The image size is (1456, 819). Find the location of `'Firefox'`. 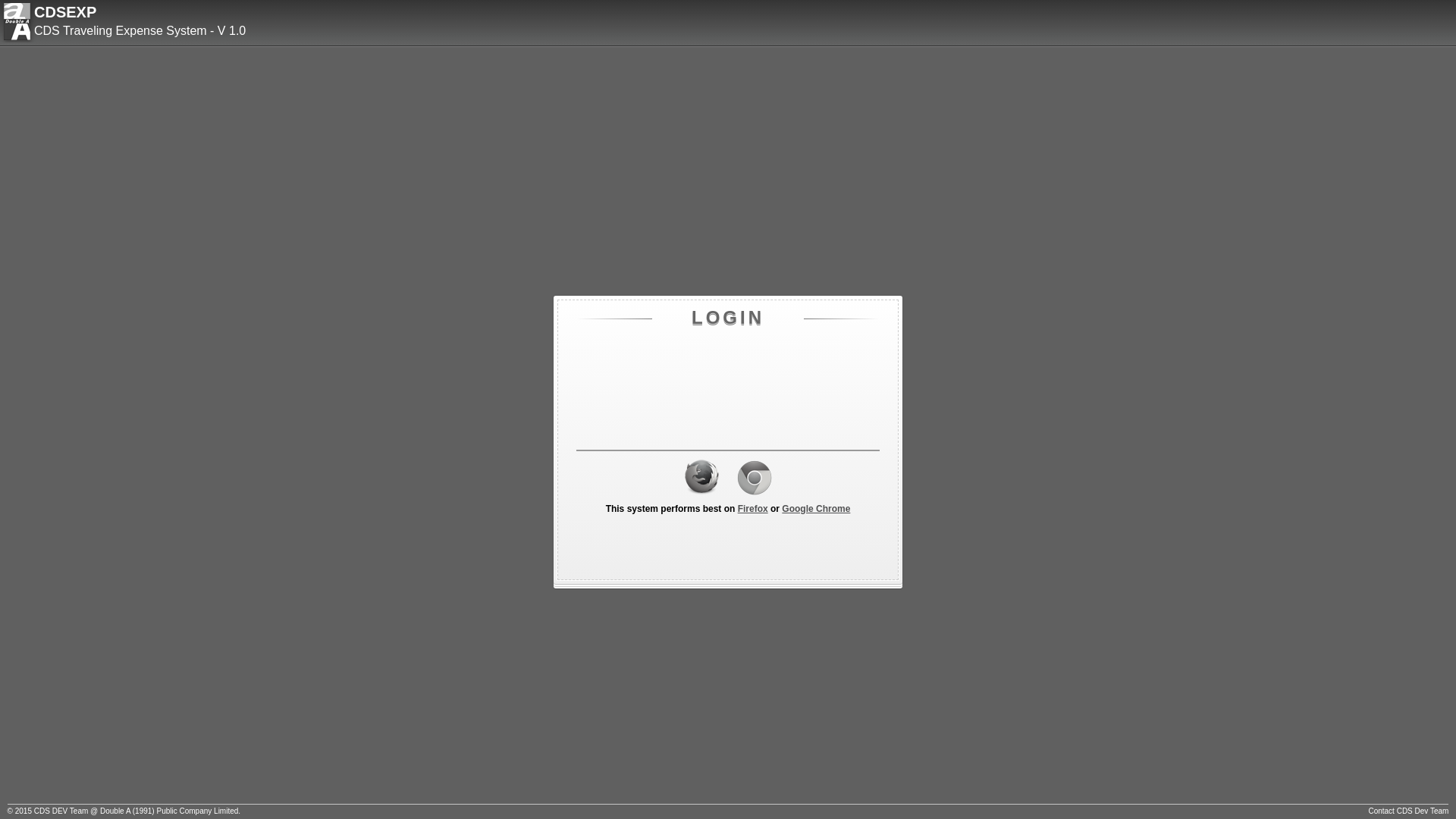

'Firefox' is located at coordinates (753, 509).